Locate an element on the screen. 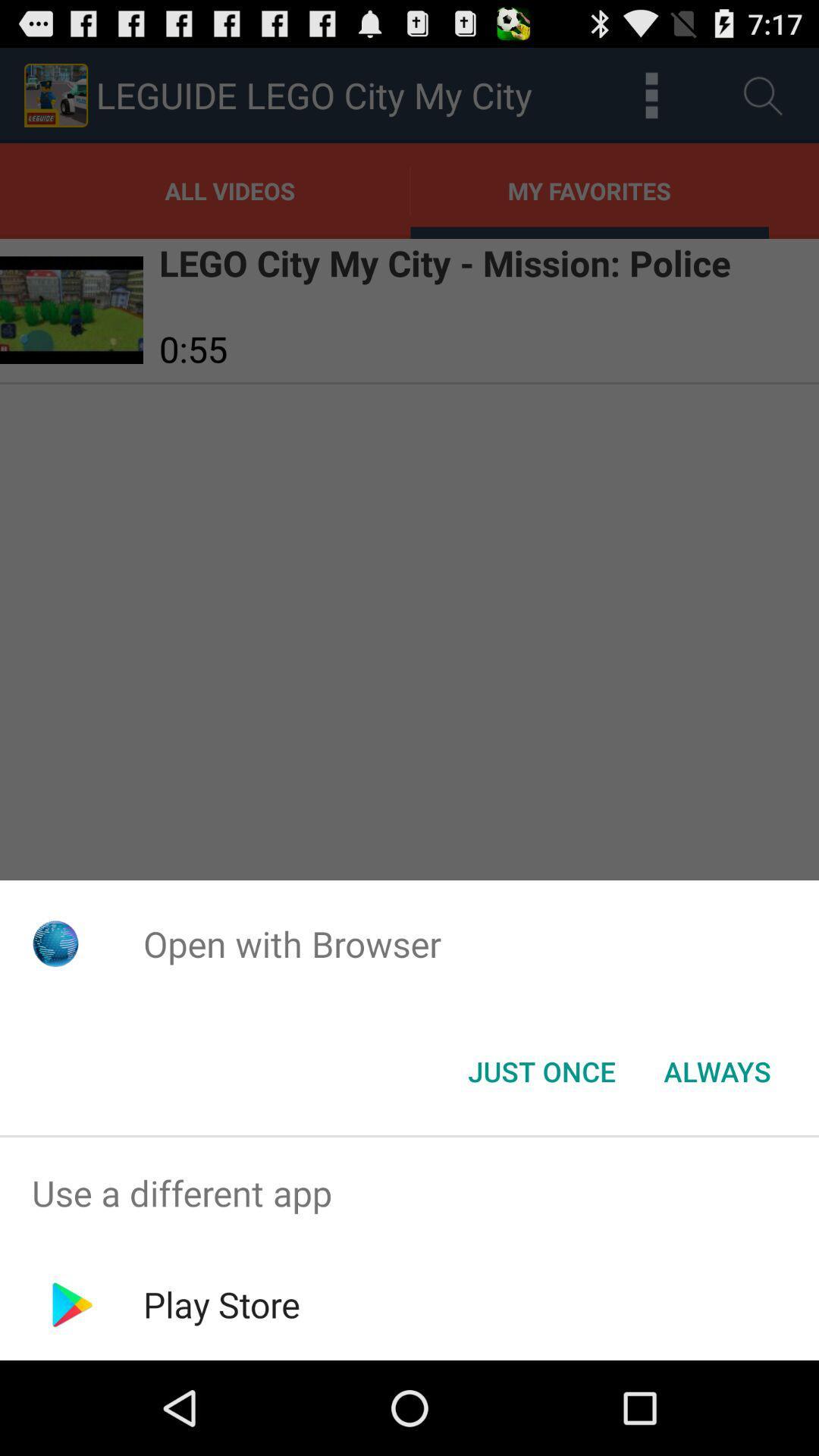 This screenshot has width=819, height=1456. the item to the right of the just once is located at coordinates (717, 1070).